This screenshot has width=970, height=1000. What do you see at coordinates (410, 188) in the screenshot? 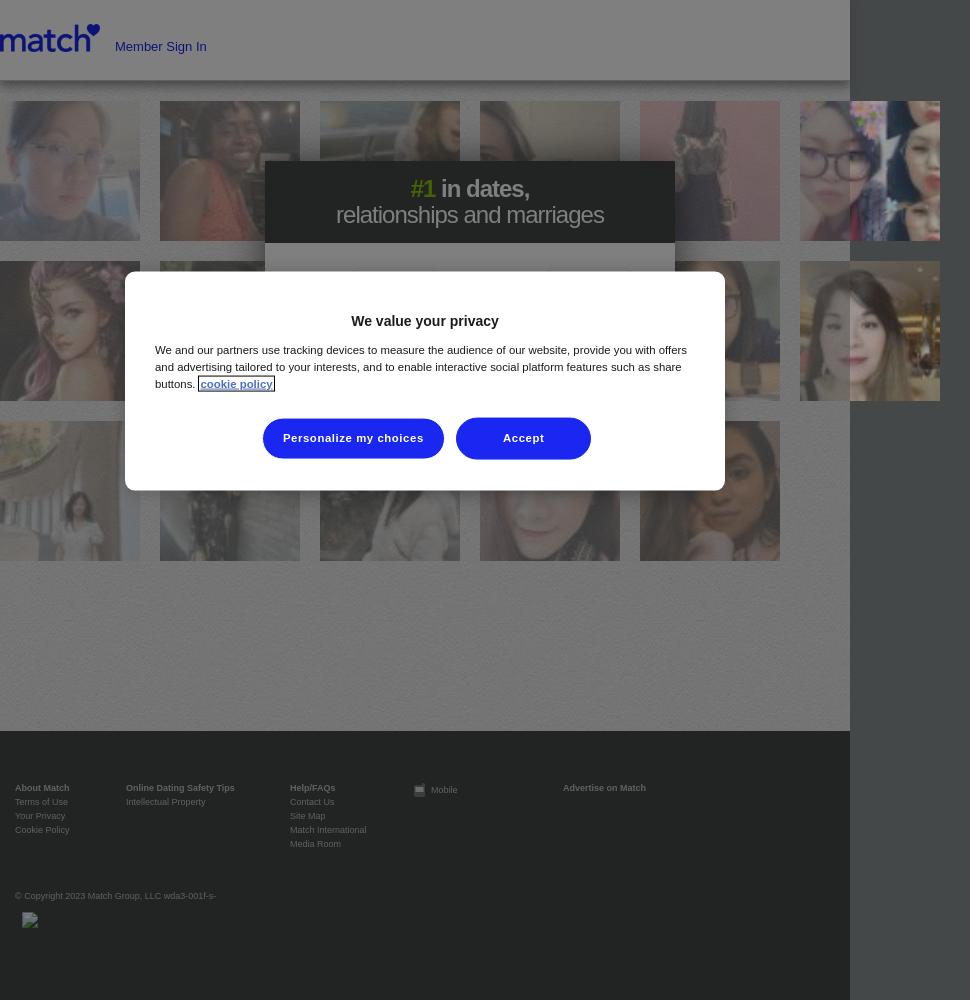
I see `'#1'` at bounding box center [410, 188].